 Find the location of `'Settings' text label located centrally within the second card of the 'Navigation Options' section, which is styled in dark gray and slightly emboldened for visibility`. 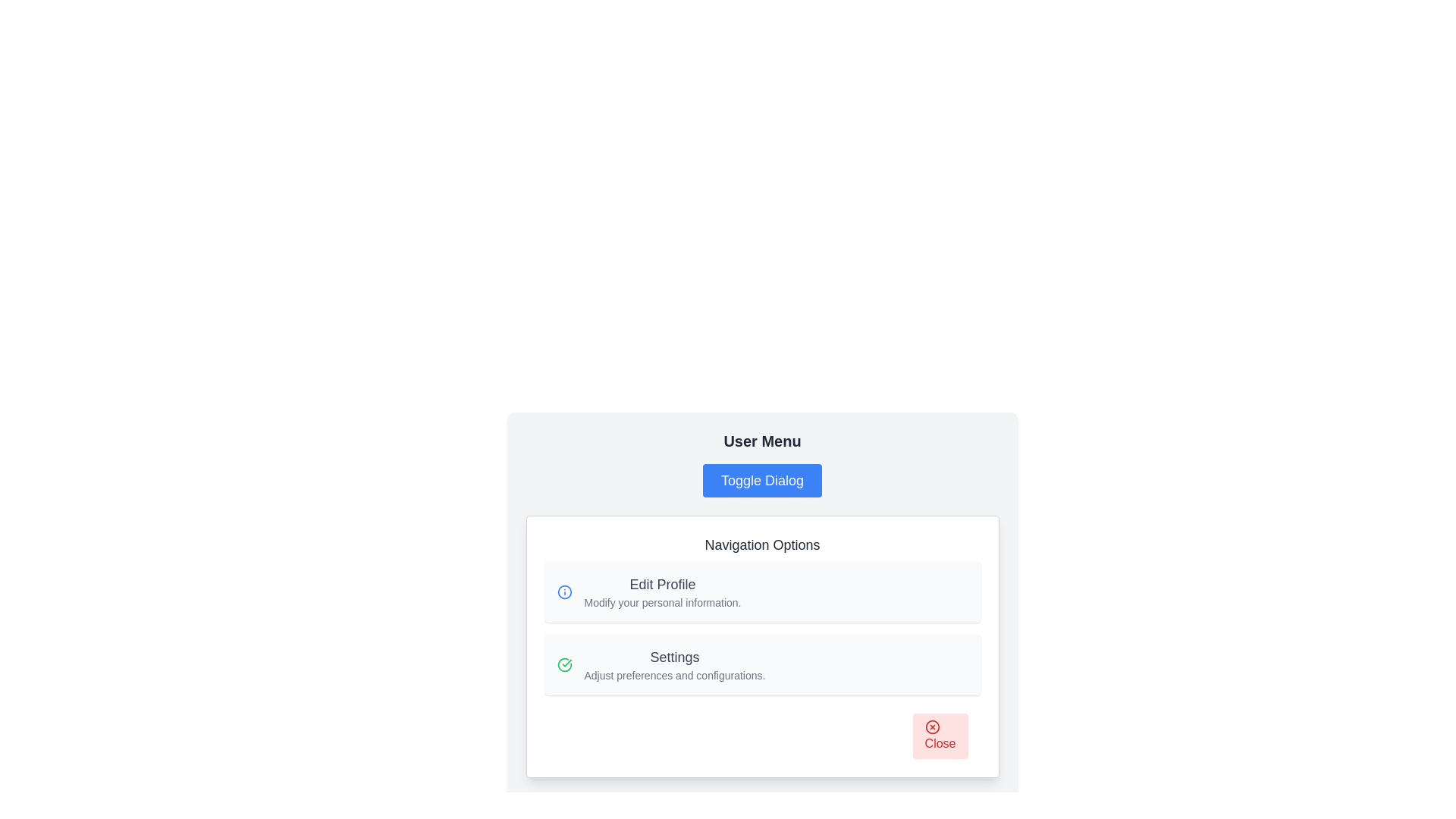

'Settings' text label located centrally within the second card of the 'Navigation Options' section, which is styled in dark gray and slightly emboldened for visibility is located at coordinates (673, 657).